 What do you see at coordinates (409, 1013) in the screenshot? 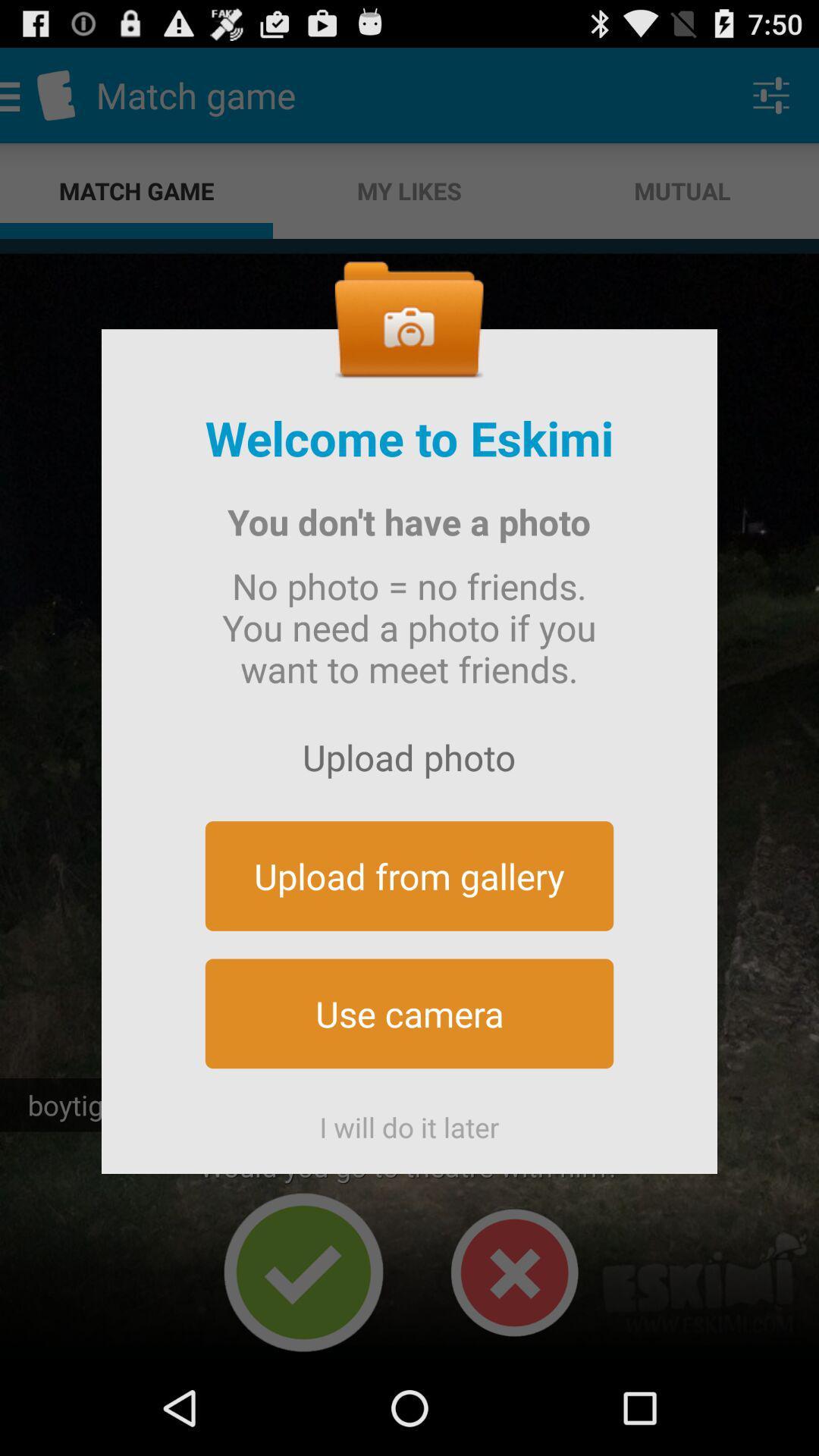
I see `the use camera icon` at bounding box center [409, 1013].